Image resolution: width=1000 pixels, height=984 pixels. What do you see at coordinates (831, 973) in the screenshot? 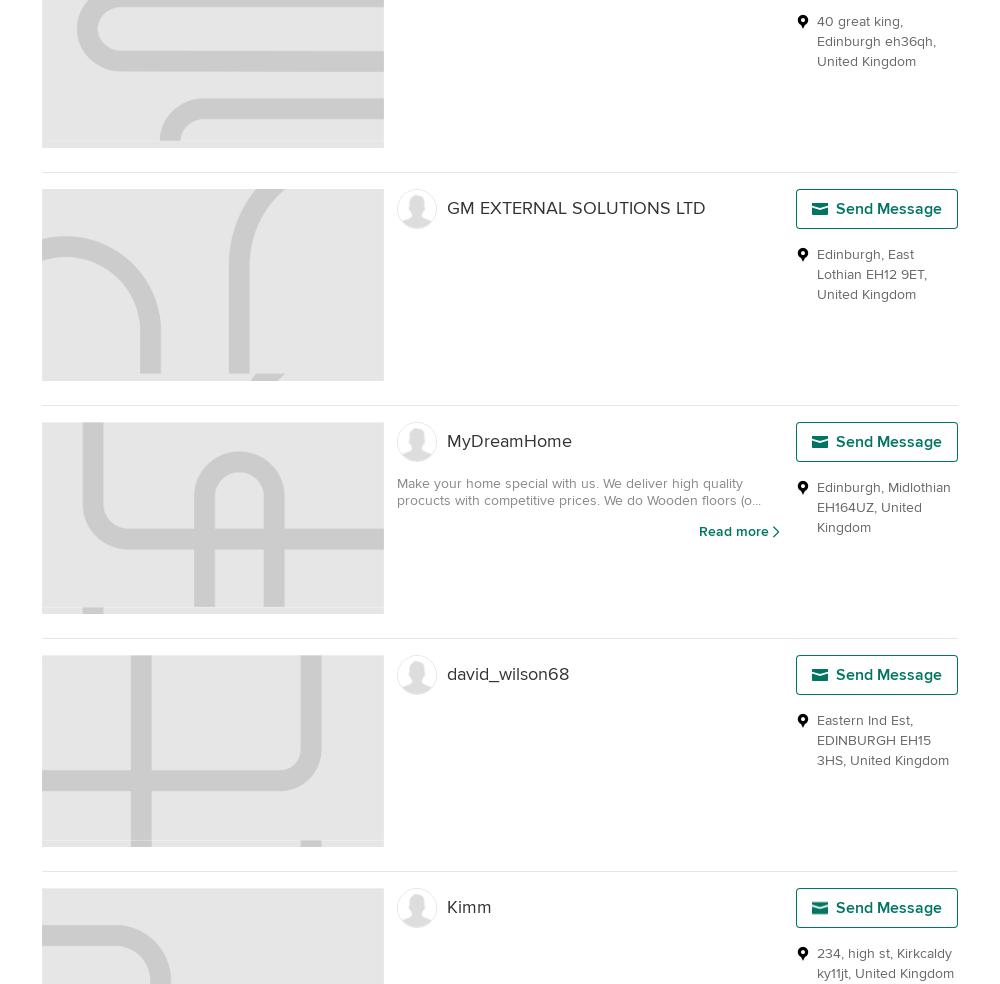
I see `'ky11jt'` at bounding box center [831, 973].